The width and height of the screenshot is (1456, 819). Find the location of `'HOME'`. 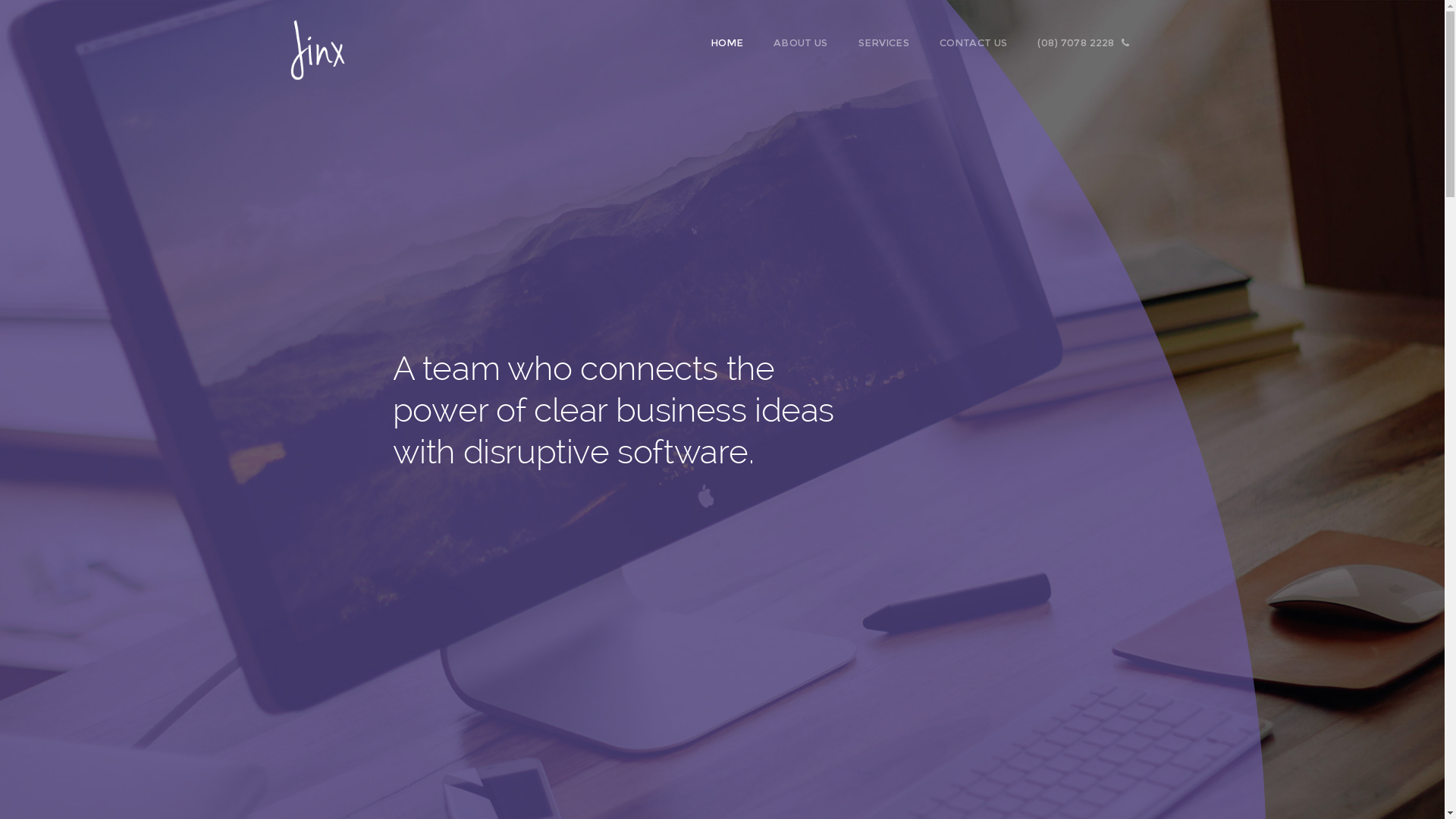

'HOME' is located at coordinates (735, 42).